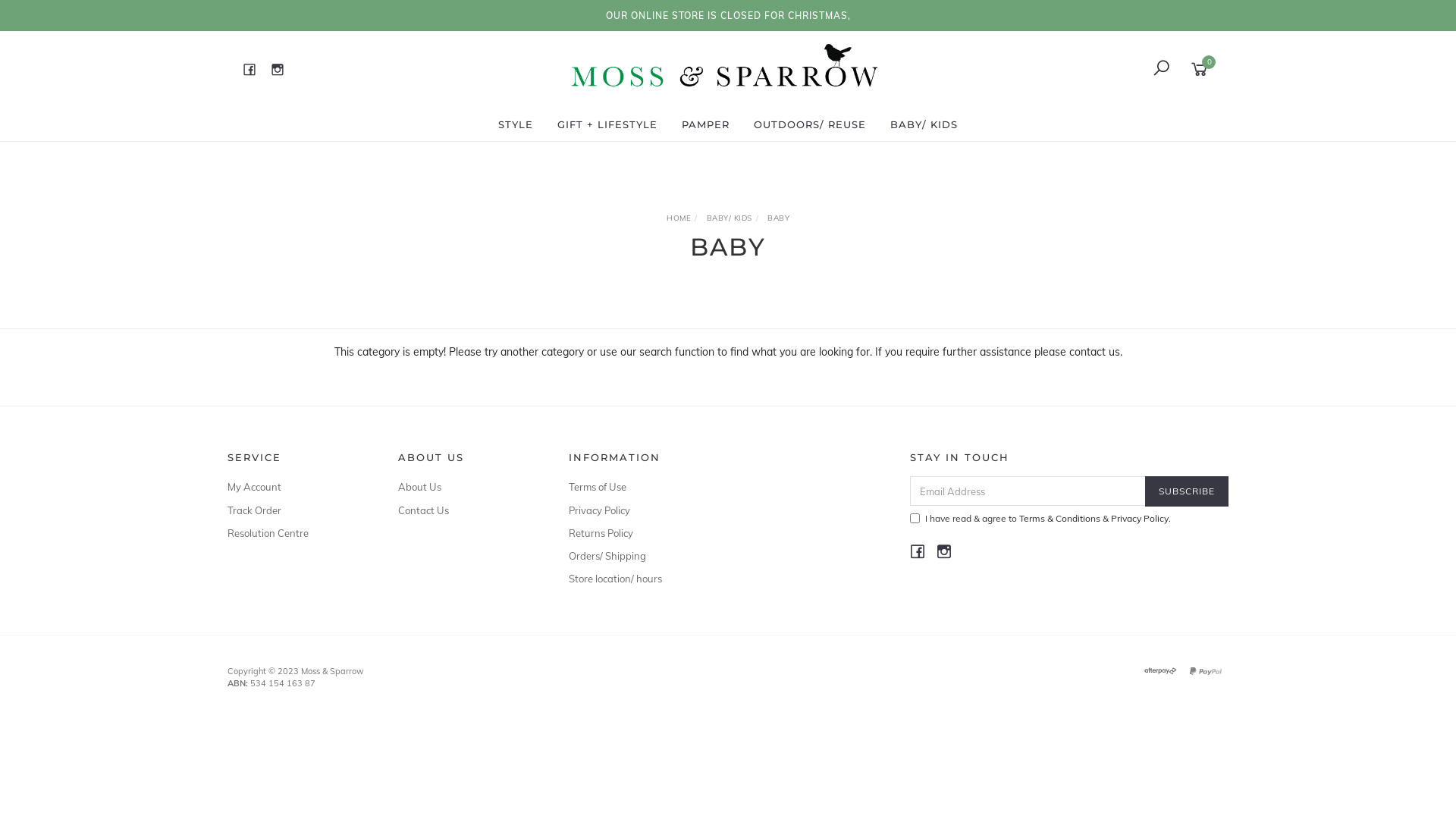 The height and width of the screenshot is (819, 1456). What do you see at coordinates (465, 486) in the screenshot?
I see `'About Us'` at bounding box center [465, 486].